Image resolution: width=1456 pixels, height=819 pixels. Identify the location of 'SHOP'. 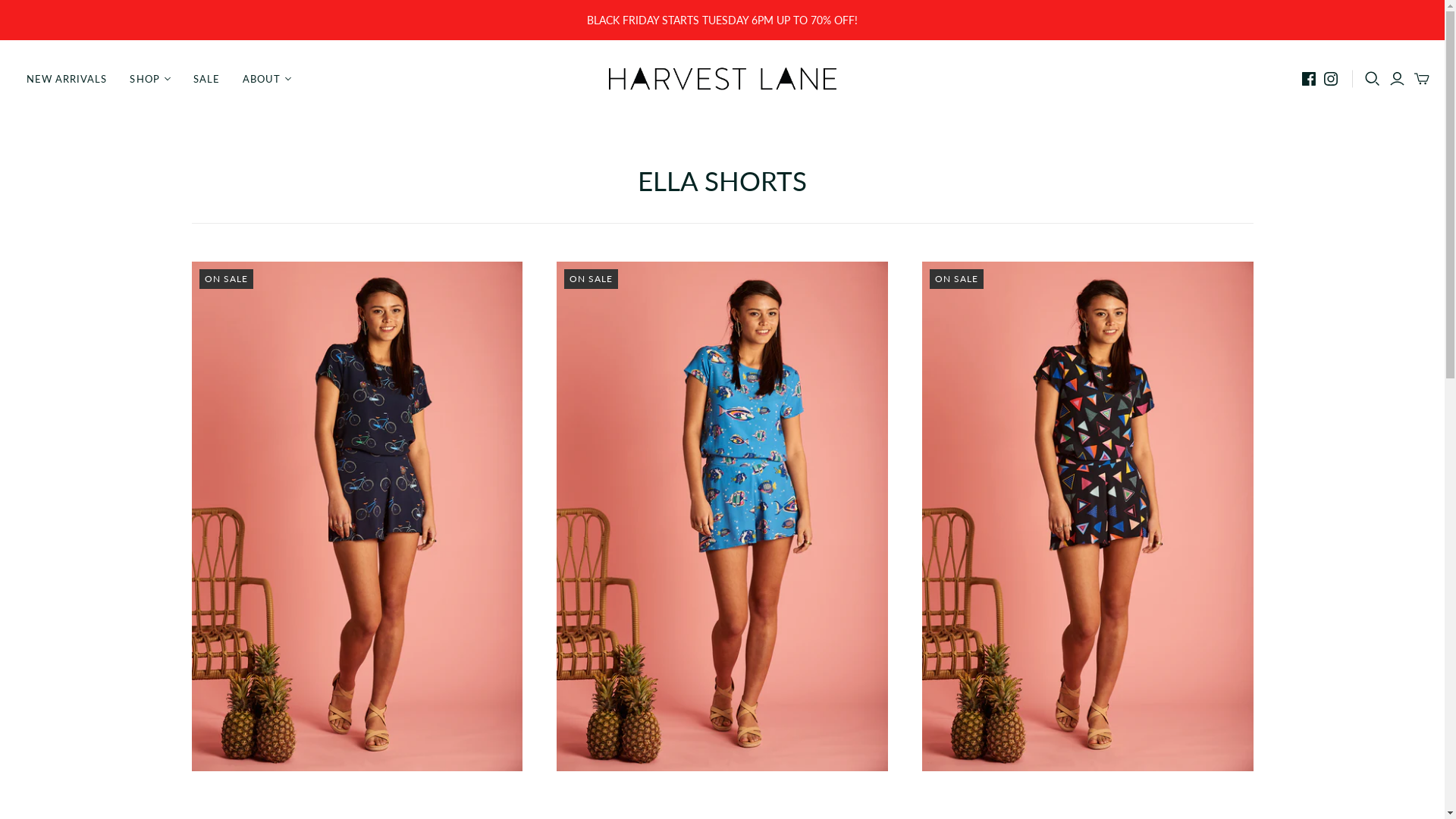
(118, 79).